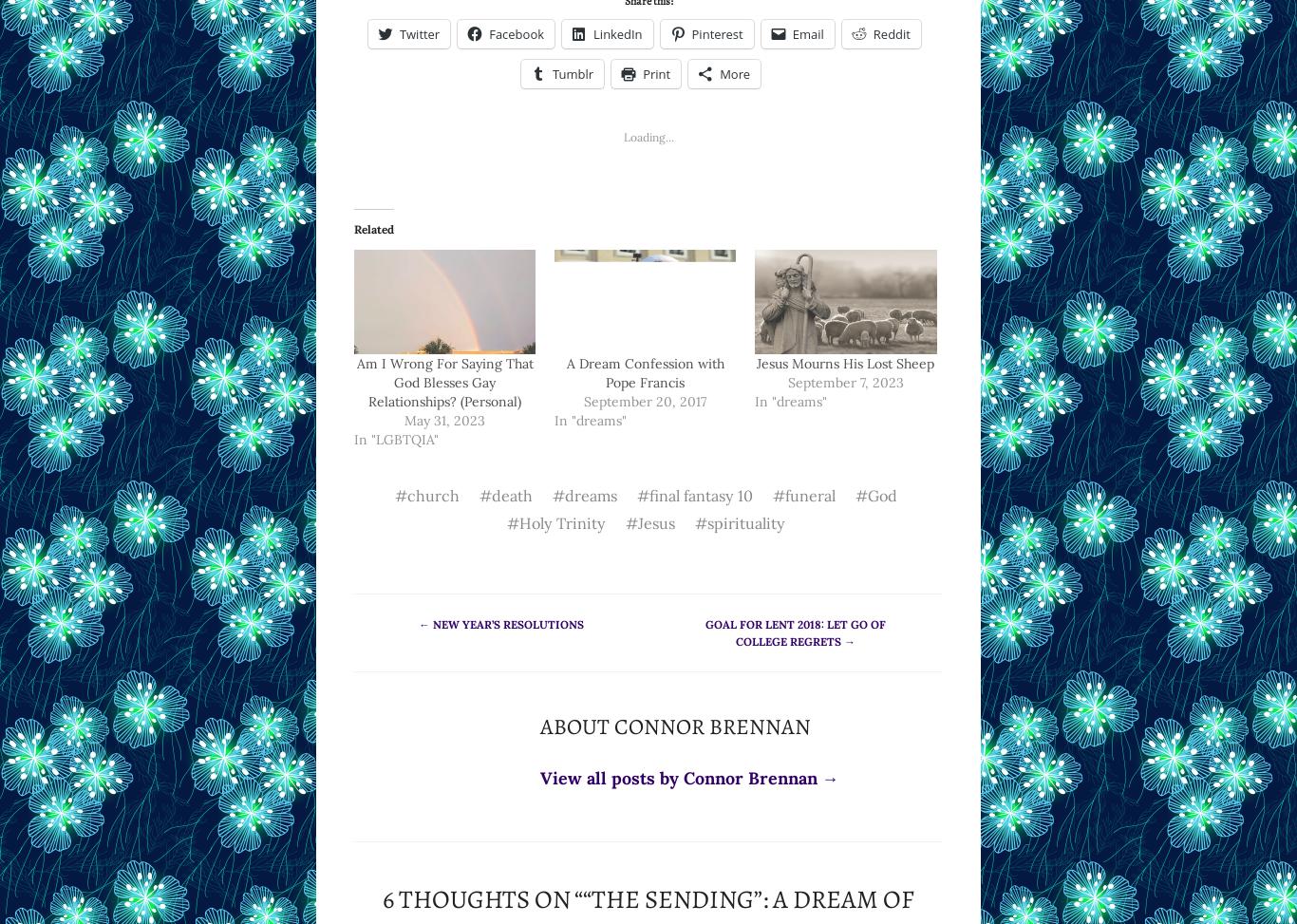  I want to click on 'Print', so click(656, 71).